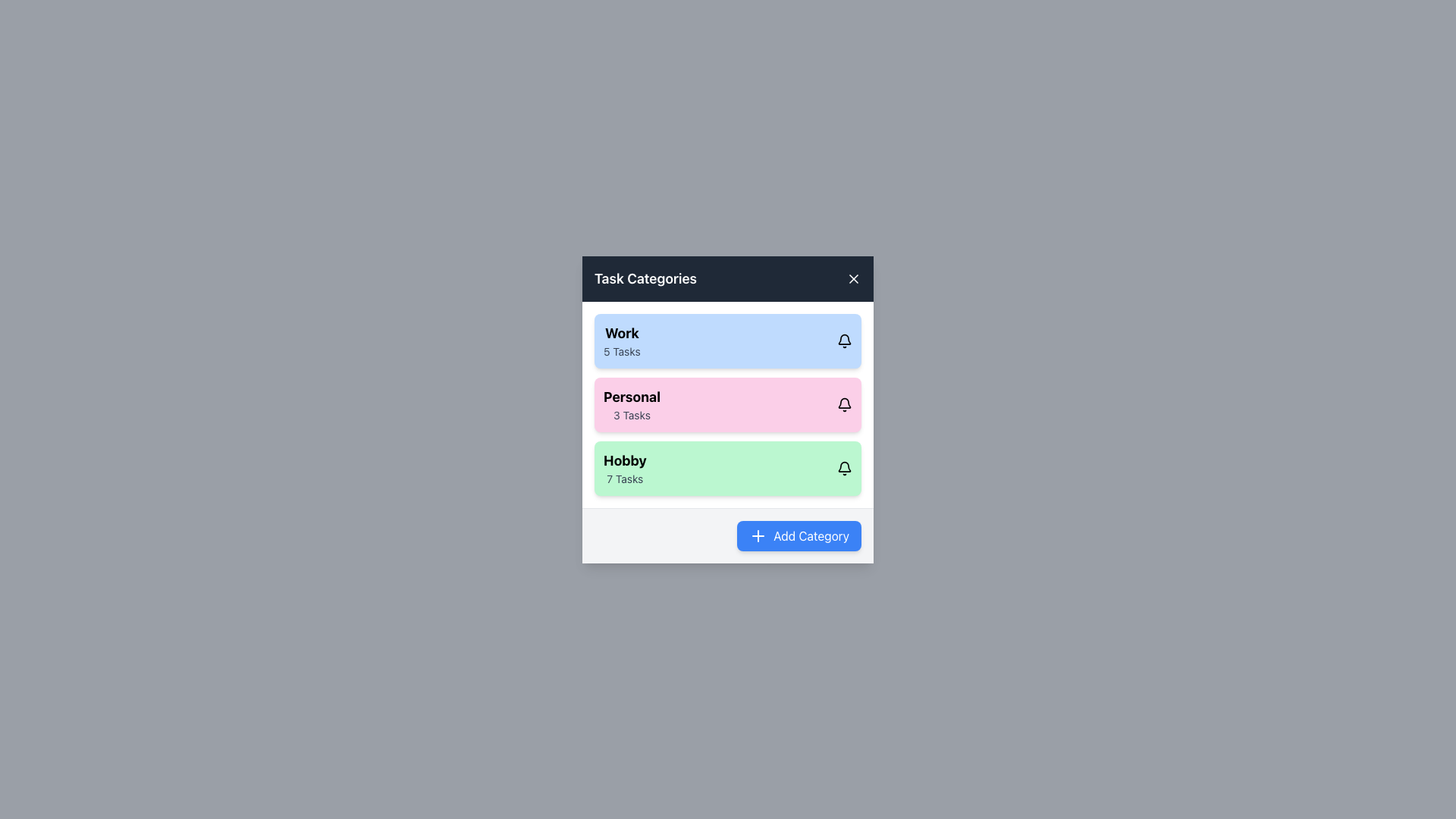  I want to click on the bell-shaped icon with an outlined appearance located in the 'Hobby 7 Tasks' section of the 'Task Categories' interface, so click(843, 467).